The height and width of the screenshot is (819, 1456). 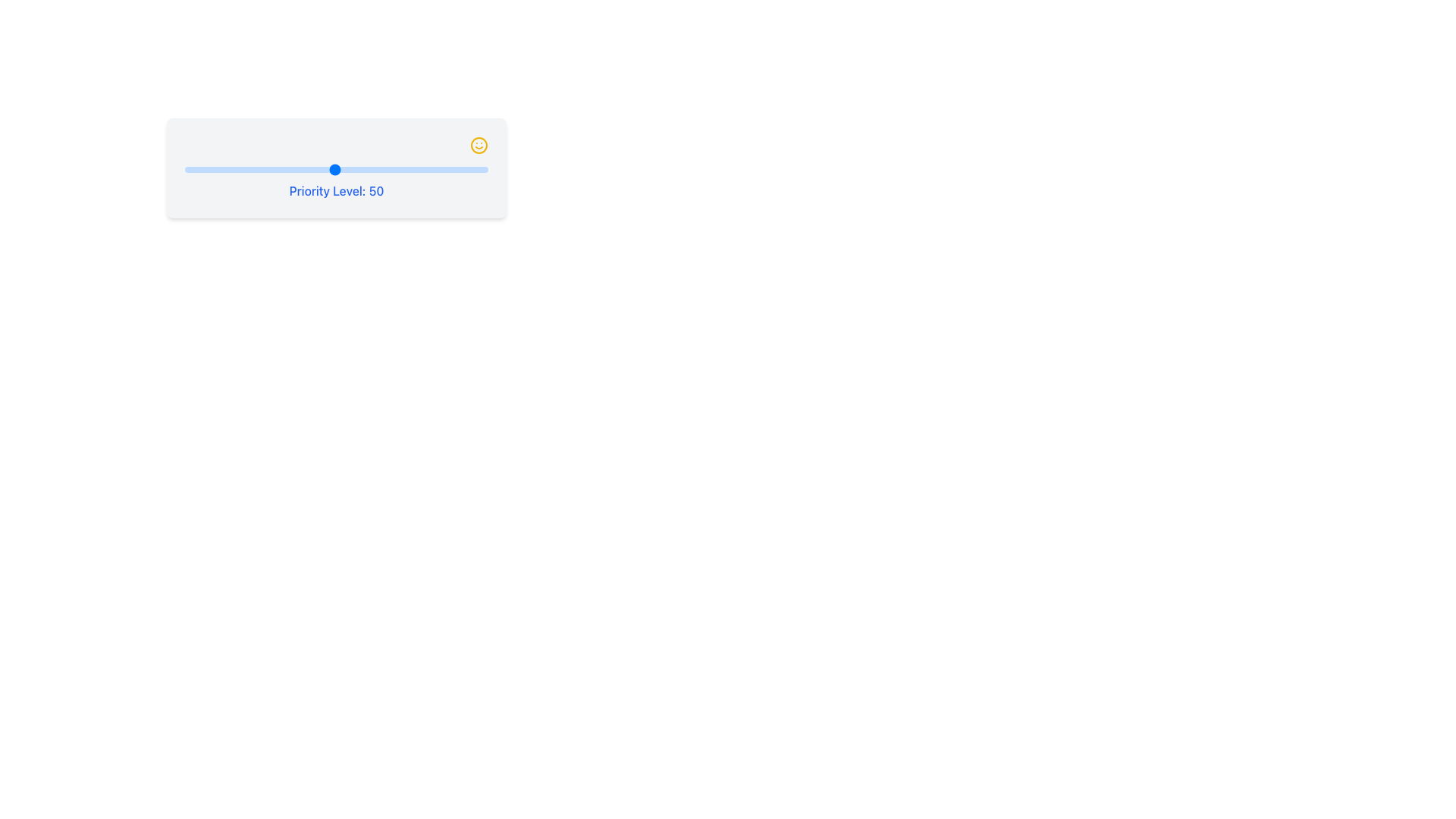 I want to click on priority level, so click(x=450, y=169).